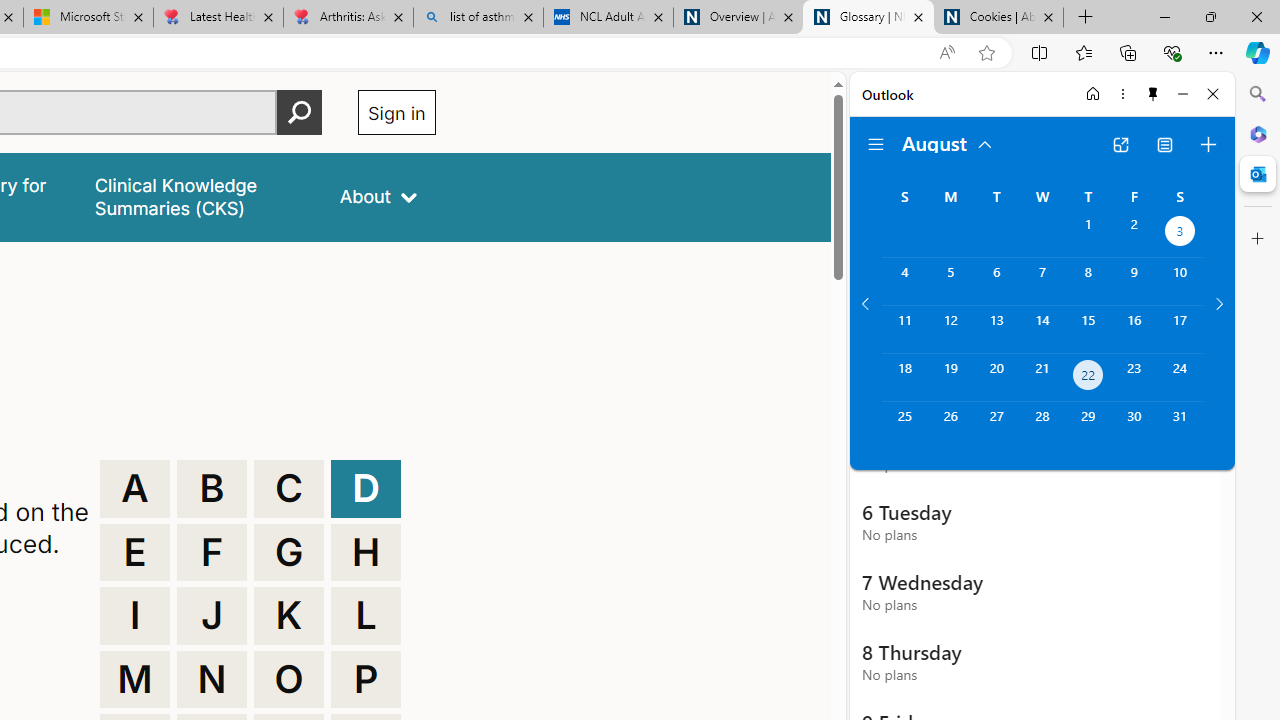 The image size is (1280, 720). I want to click on 'D', so click(366, 488).